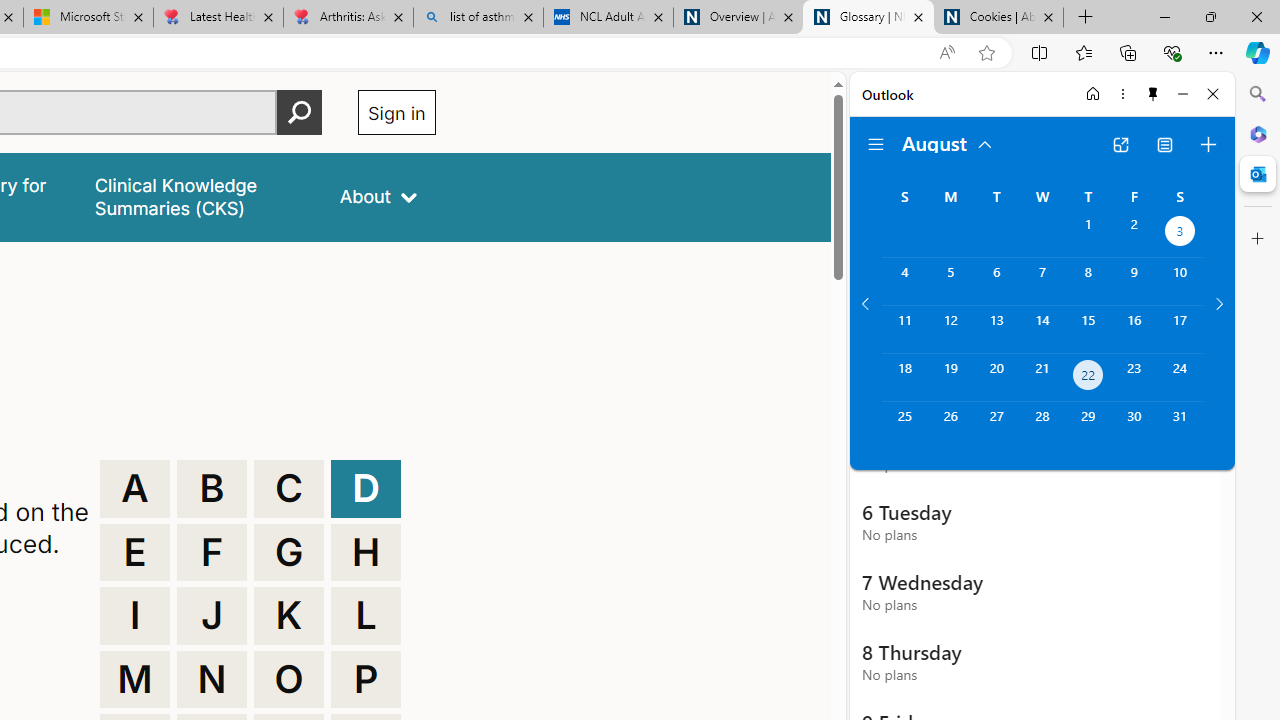 The image size is (1280, 720). I want to click on 'D', so click(366, 488).